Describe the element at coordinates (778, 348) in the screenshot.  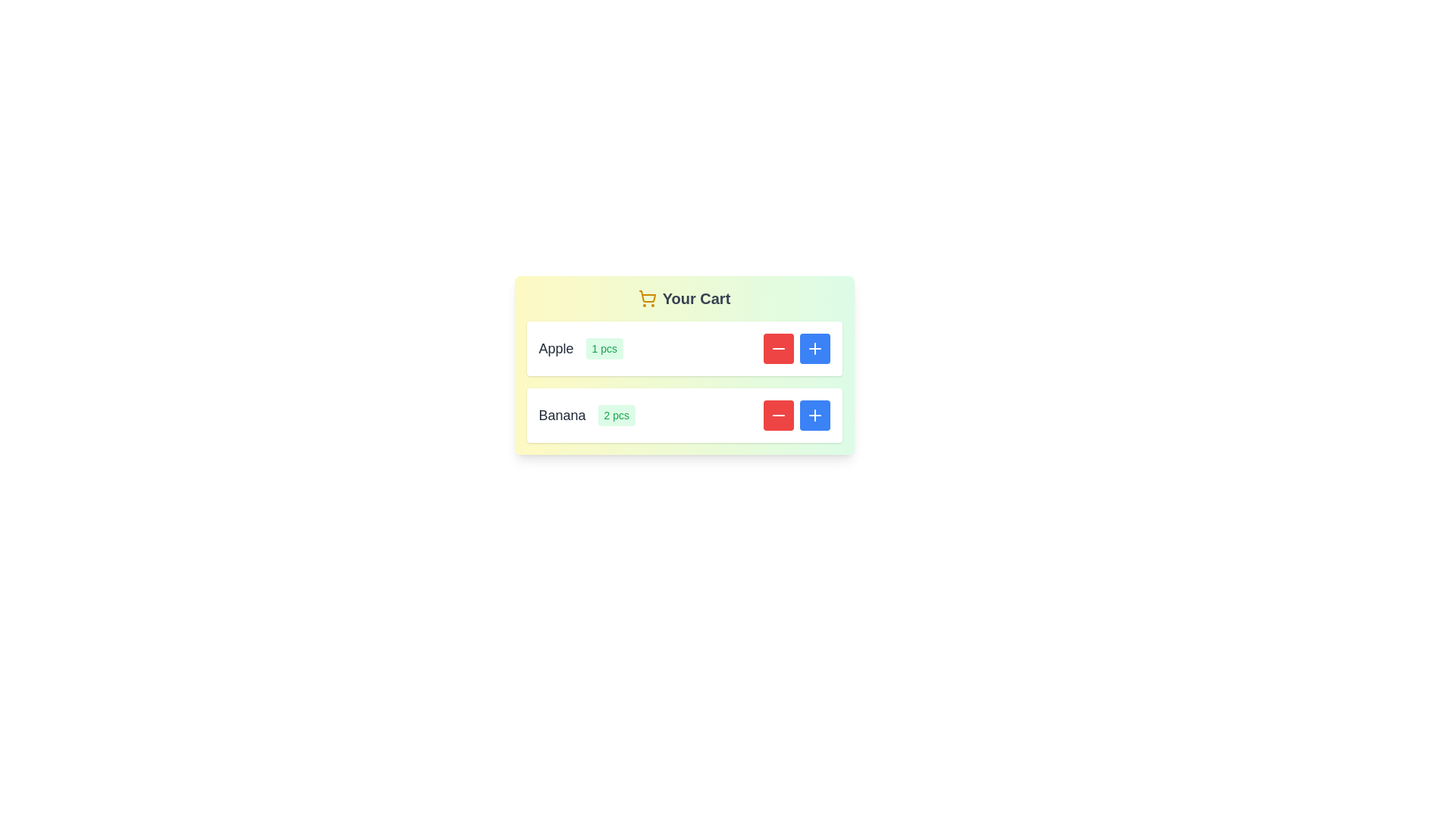
I see `the quantity adjustment button for Apple to decrease` at that location.